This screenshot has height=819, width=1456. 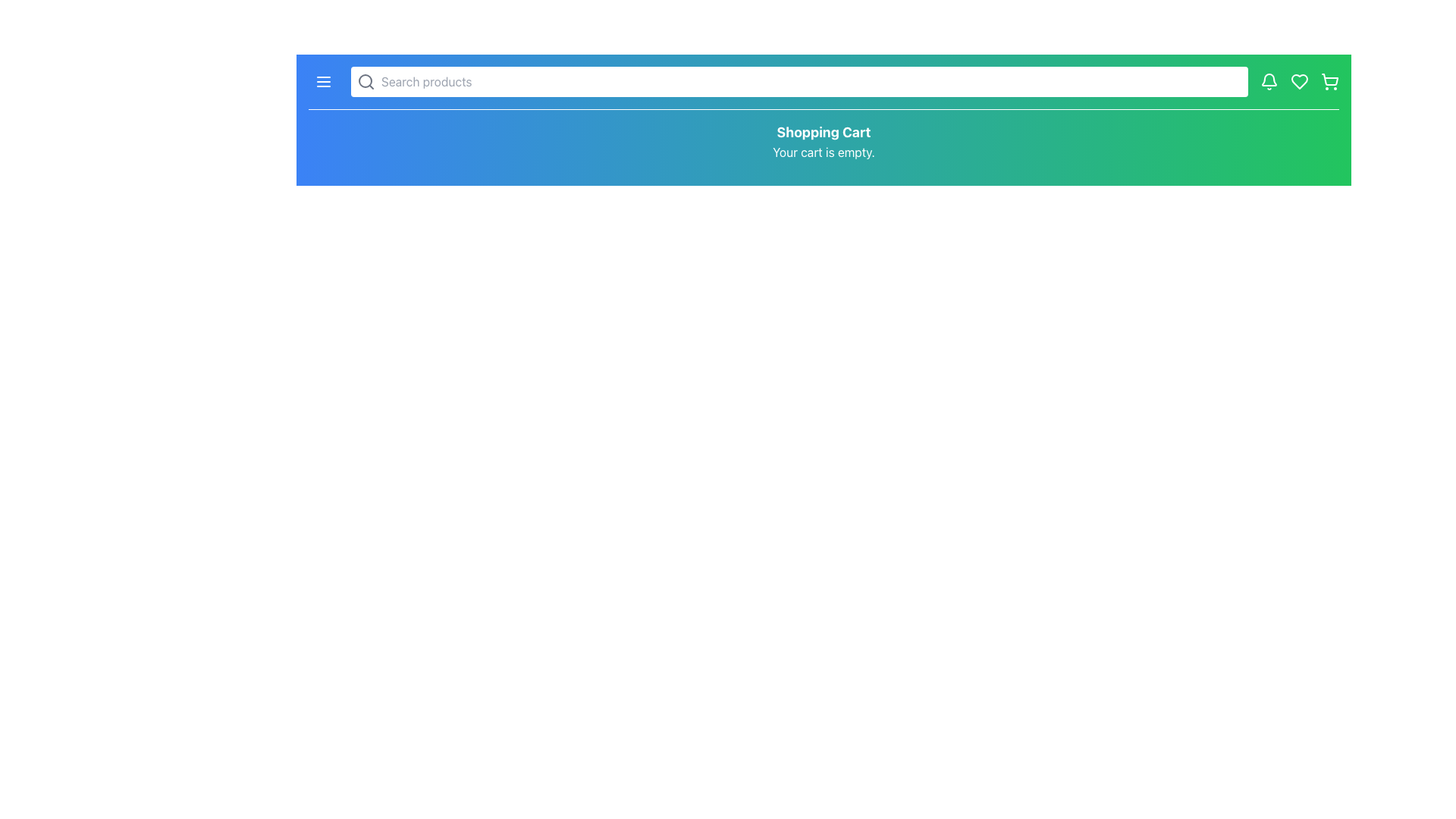 What do you see at coordinates (1329, 79) in the screenshot?
I see `the shopping cart icon located in the top-right corner of the header section` at bounding box center [1329, 79].